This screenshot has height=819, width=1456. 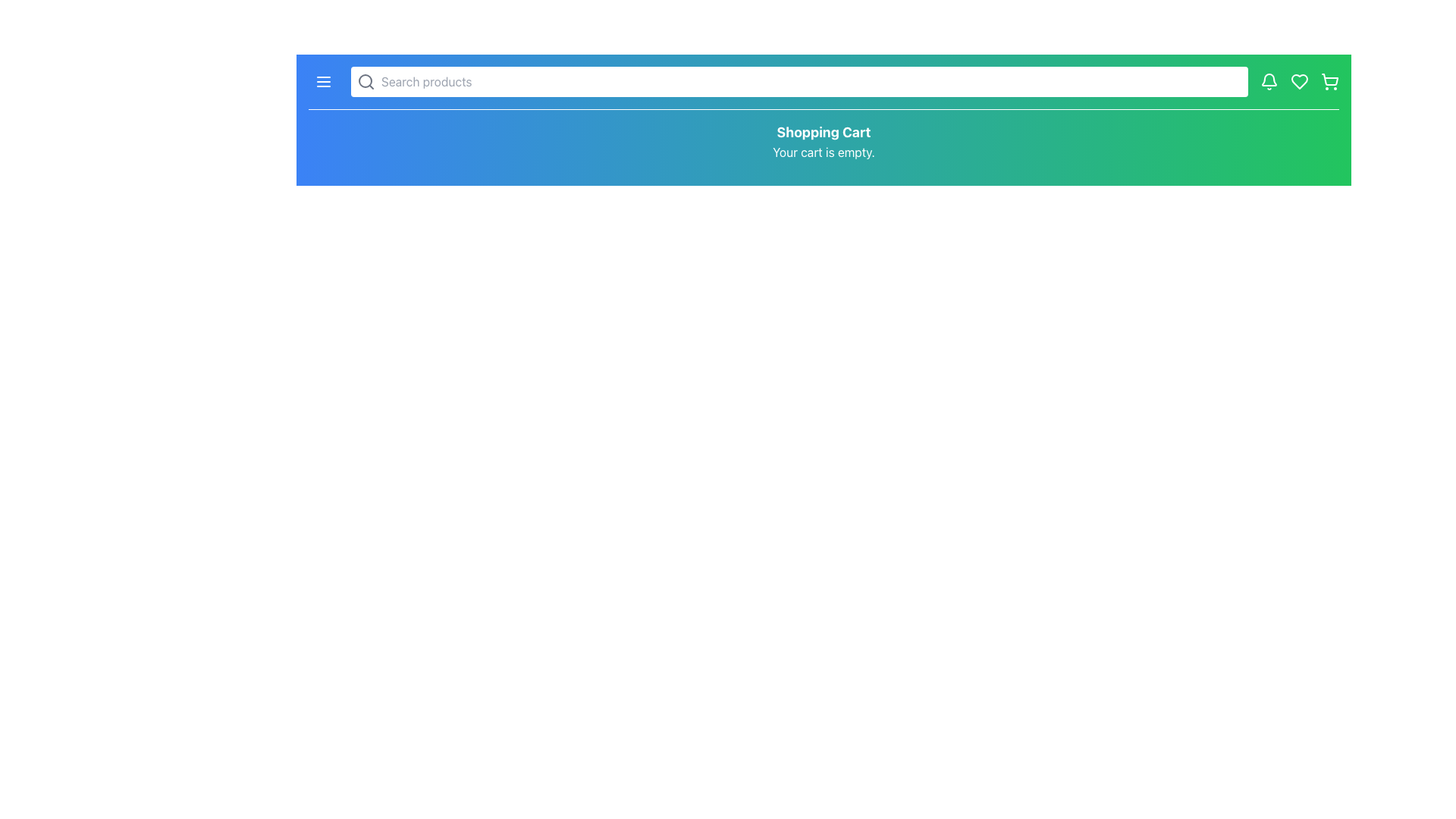 What do you see at coordinates (1329, 79) in the screenshot?
I see `the shopping cart icon located in the top-right corner of the header section` at bounding box center [1329, 79].